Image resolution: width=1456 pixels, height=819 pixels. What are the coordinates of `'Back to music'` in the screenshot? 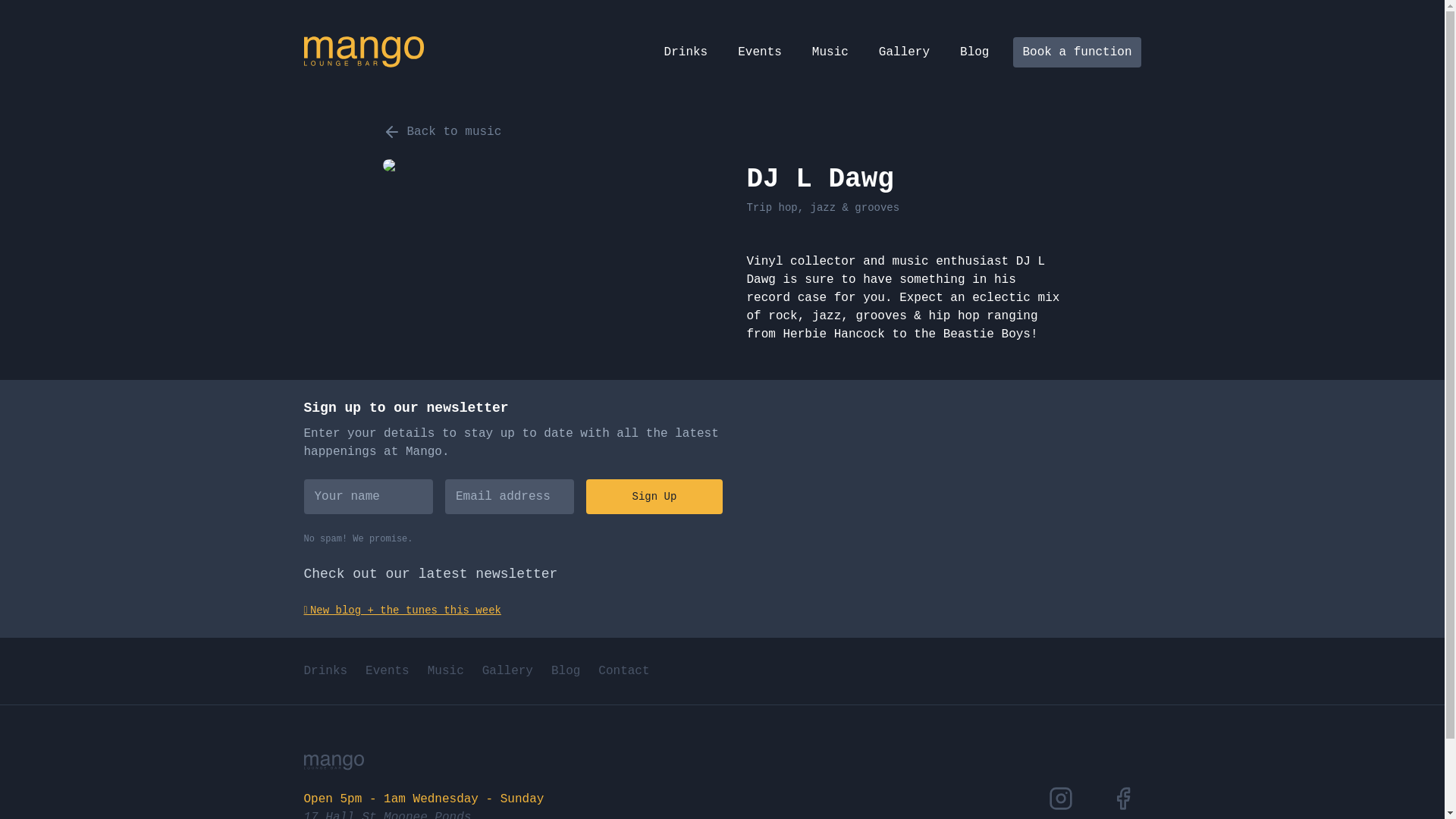 It's located at (441, 130).